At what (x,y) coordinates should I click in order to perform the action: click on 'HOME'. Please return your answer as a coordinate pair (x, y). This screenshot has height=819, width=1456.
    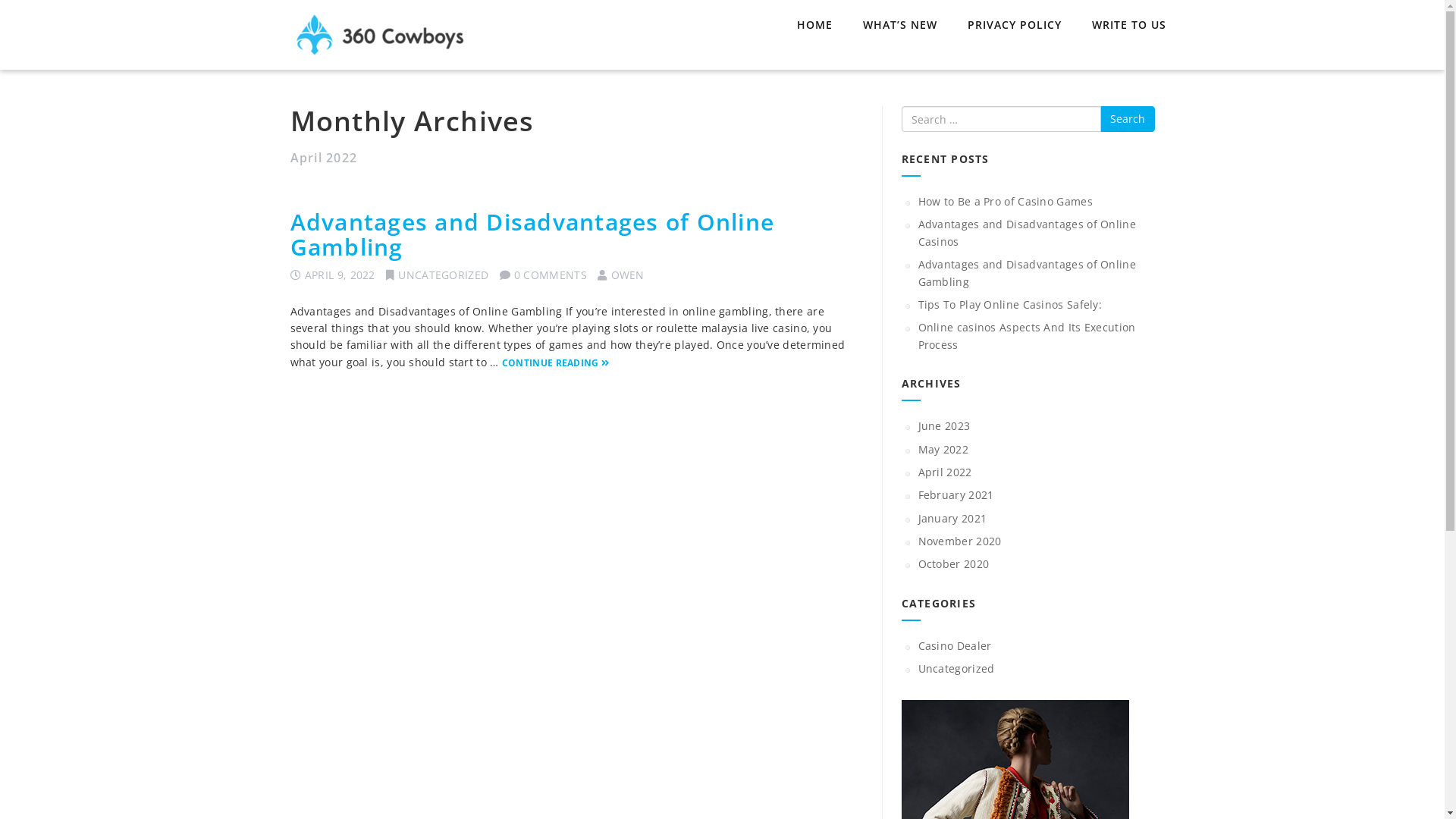
    Looking at the image, I should click on (813, 26).